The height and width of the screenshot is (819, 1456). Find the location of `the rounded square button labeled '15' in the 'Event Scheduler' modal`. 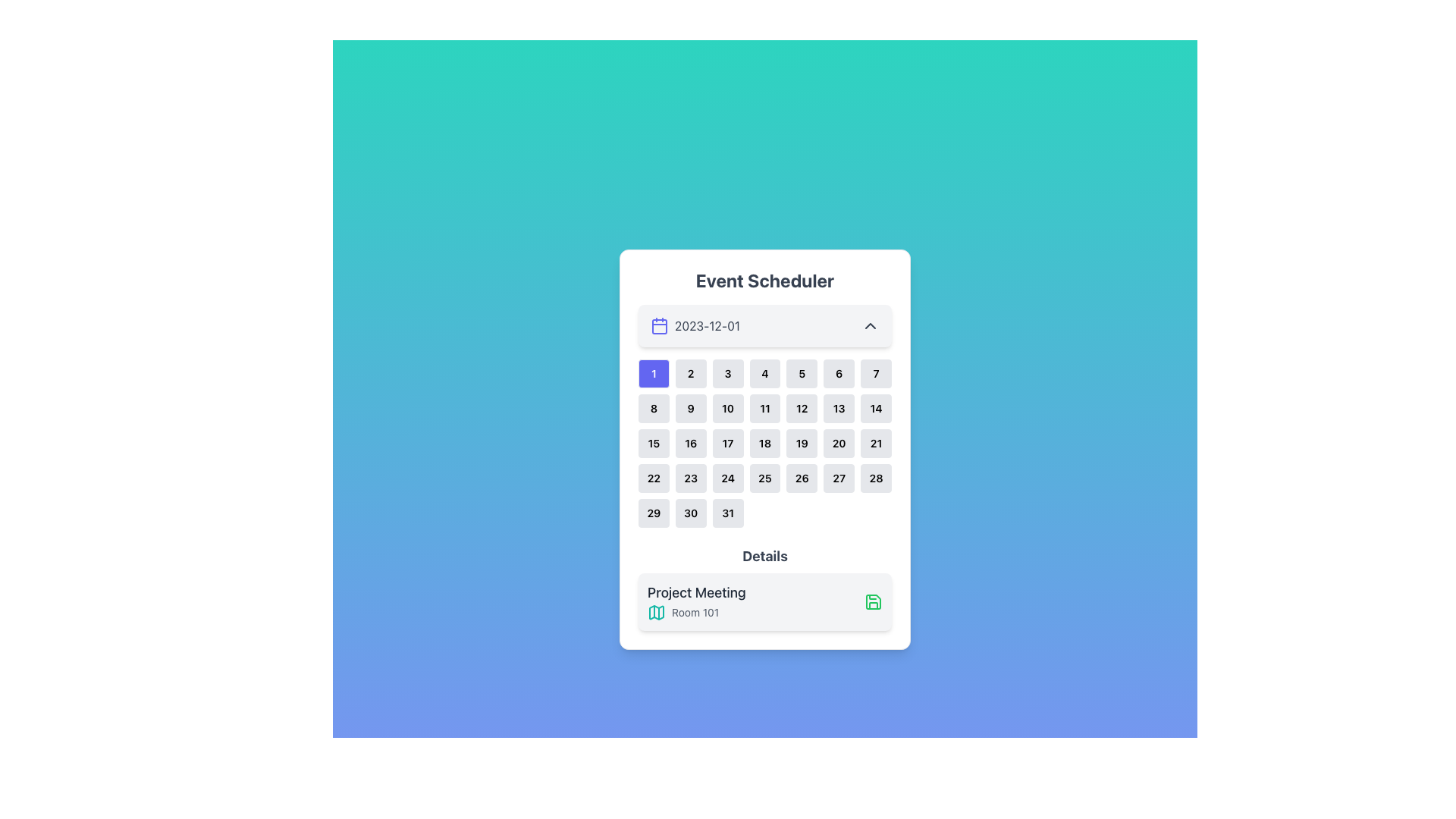

the rounded square button labeled '15' in the 'Event Scheduler' modal is located at coordinates (654, 444).